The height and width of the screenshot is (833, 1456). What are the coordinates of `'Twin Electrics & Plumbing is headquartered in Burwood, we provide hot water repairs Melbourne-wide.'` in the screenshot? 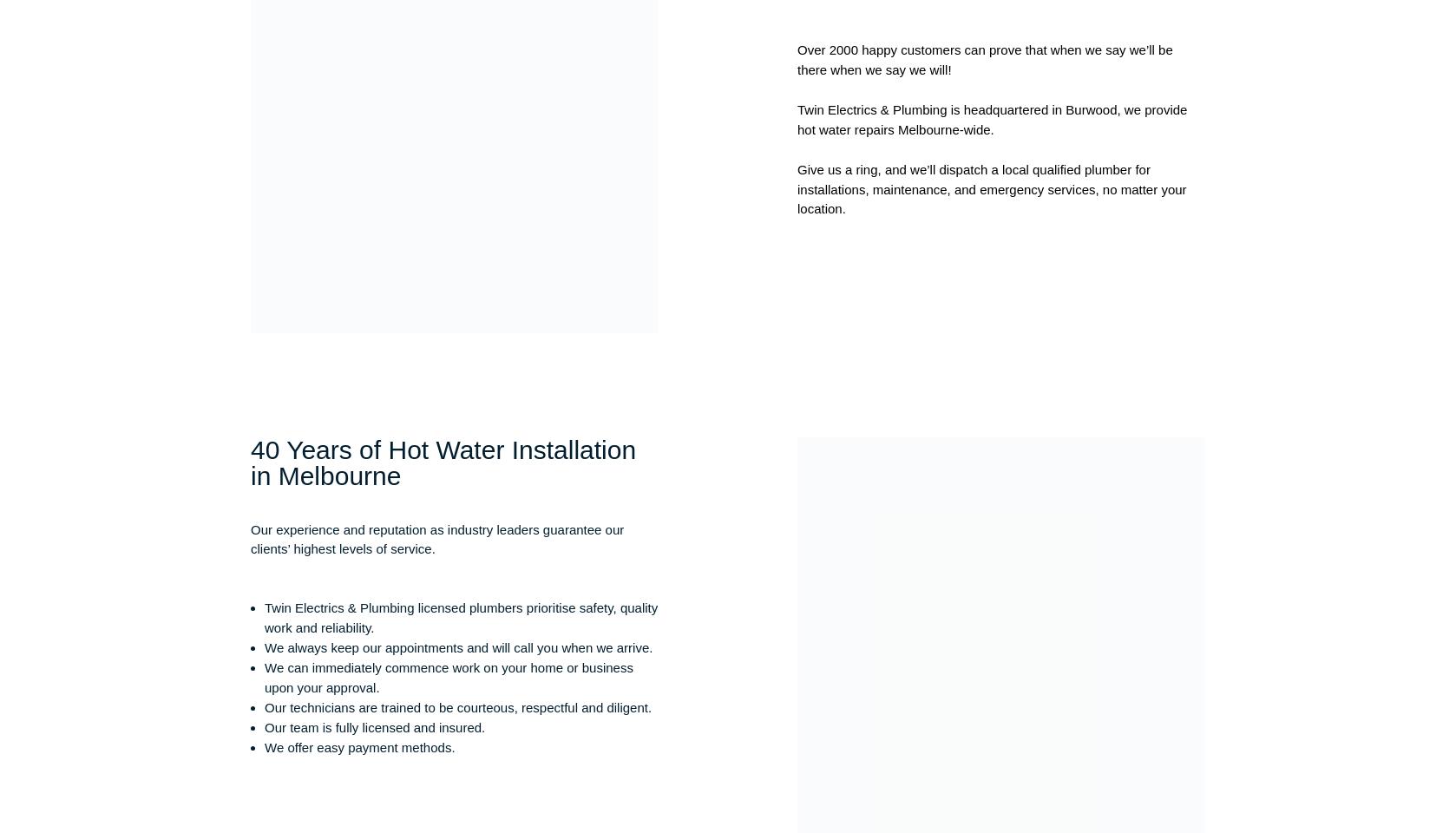 It's located at (797, 118).